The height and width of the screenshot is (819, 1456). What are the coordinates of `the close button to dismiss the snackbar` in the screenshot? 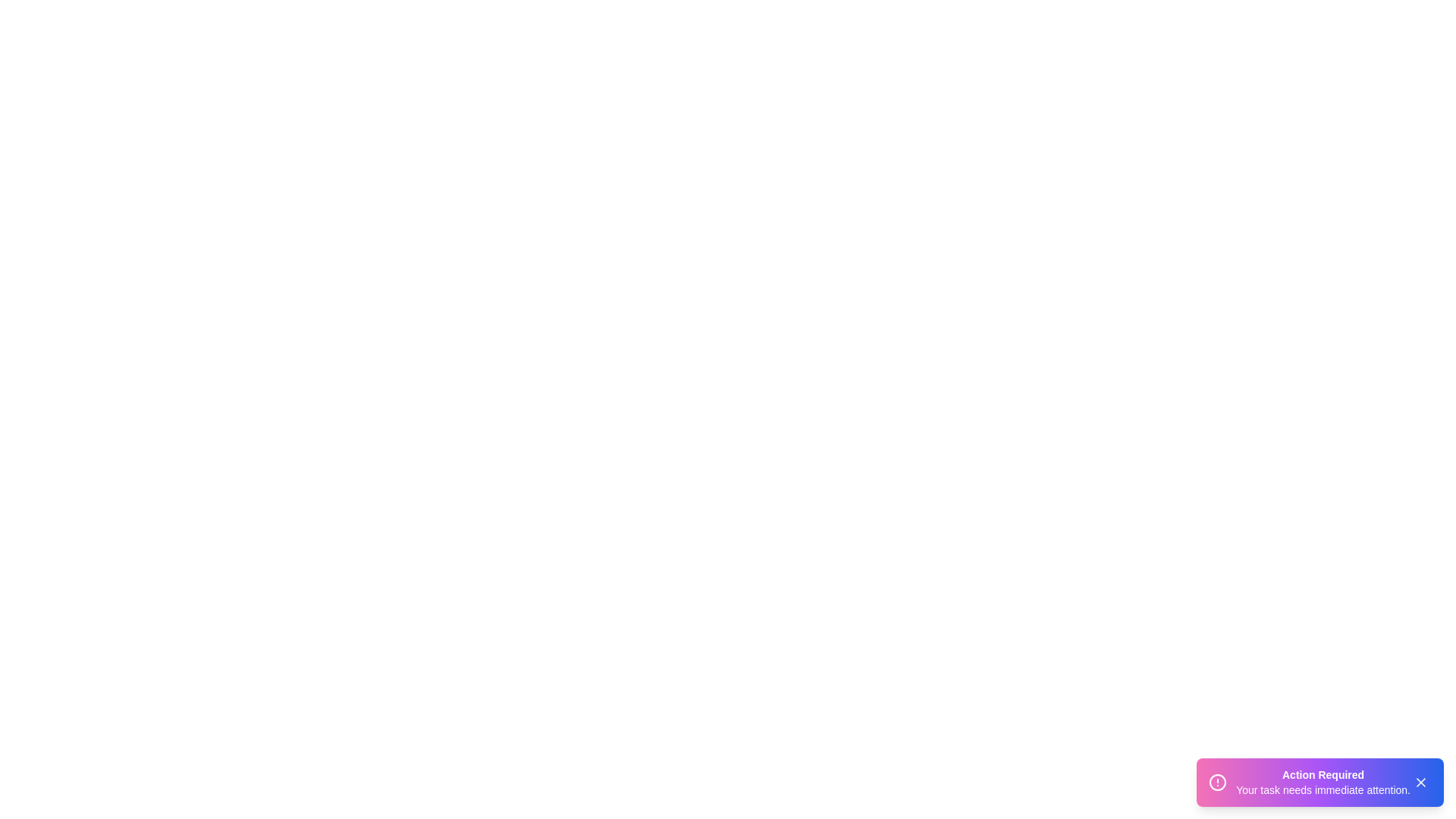 It's located at (1420, 783).